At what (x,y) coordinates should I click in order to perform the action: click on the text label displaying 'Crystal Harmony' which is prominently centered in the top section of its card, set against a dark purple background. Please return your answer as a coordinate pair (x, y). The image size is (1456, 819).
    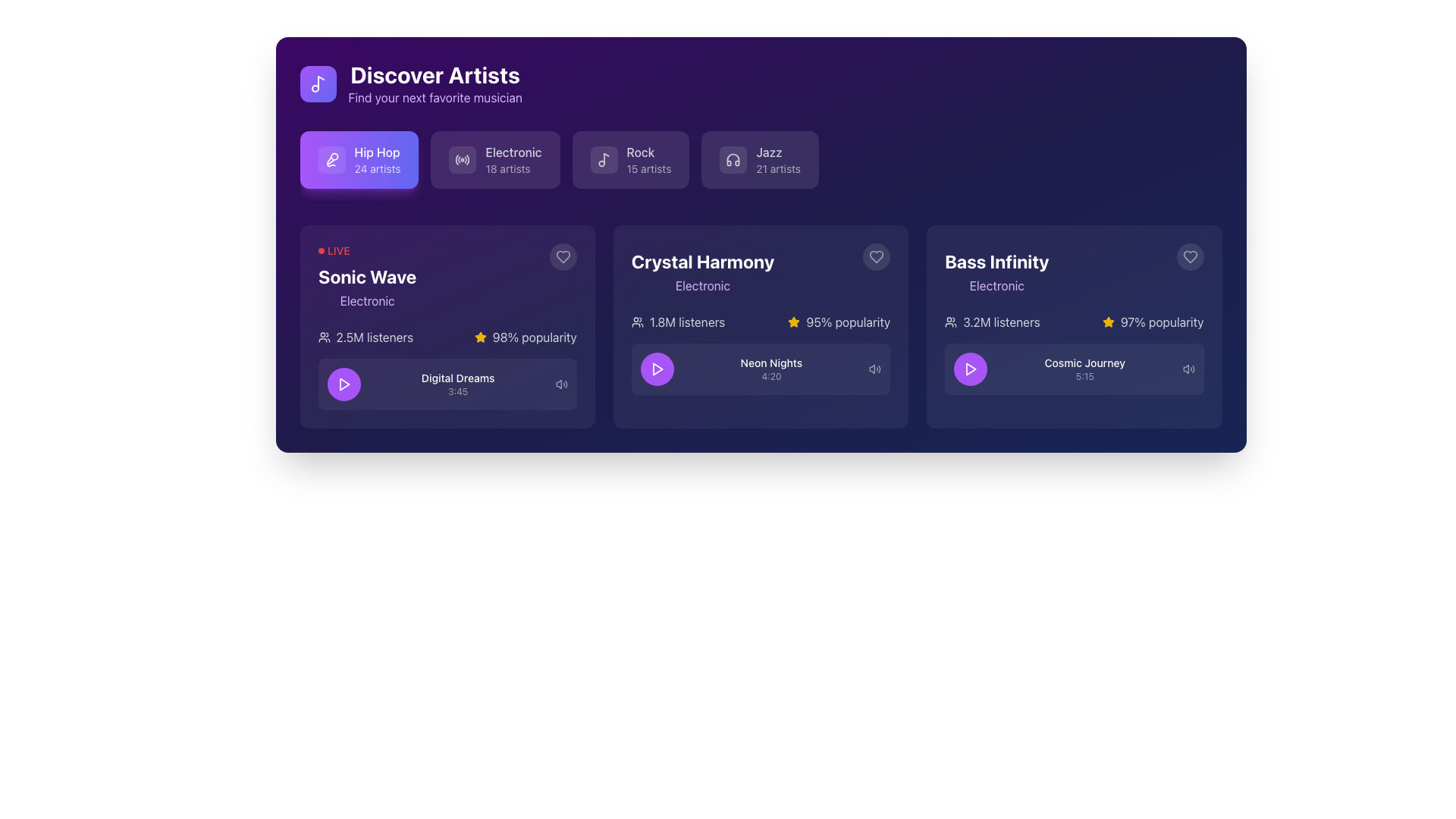
    Looking at the image, I should click on (701, 260).